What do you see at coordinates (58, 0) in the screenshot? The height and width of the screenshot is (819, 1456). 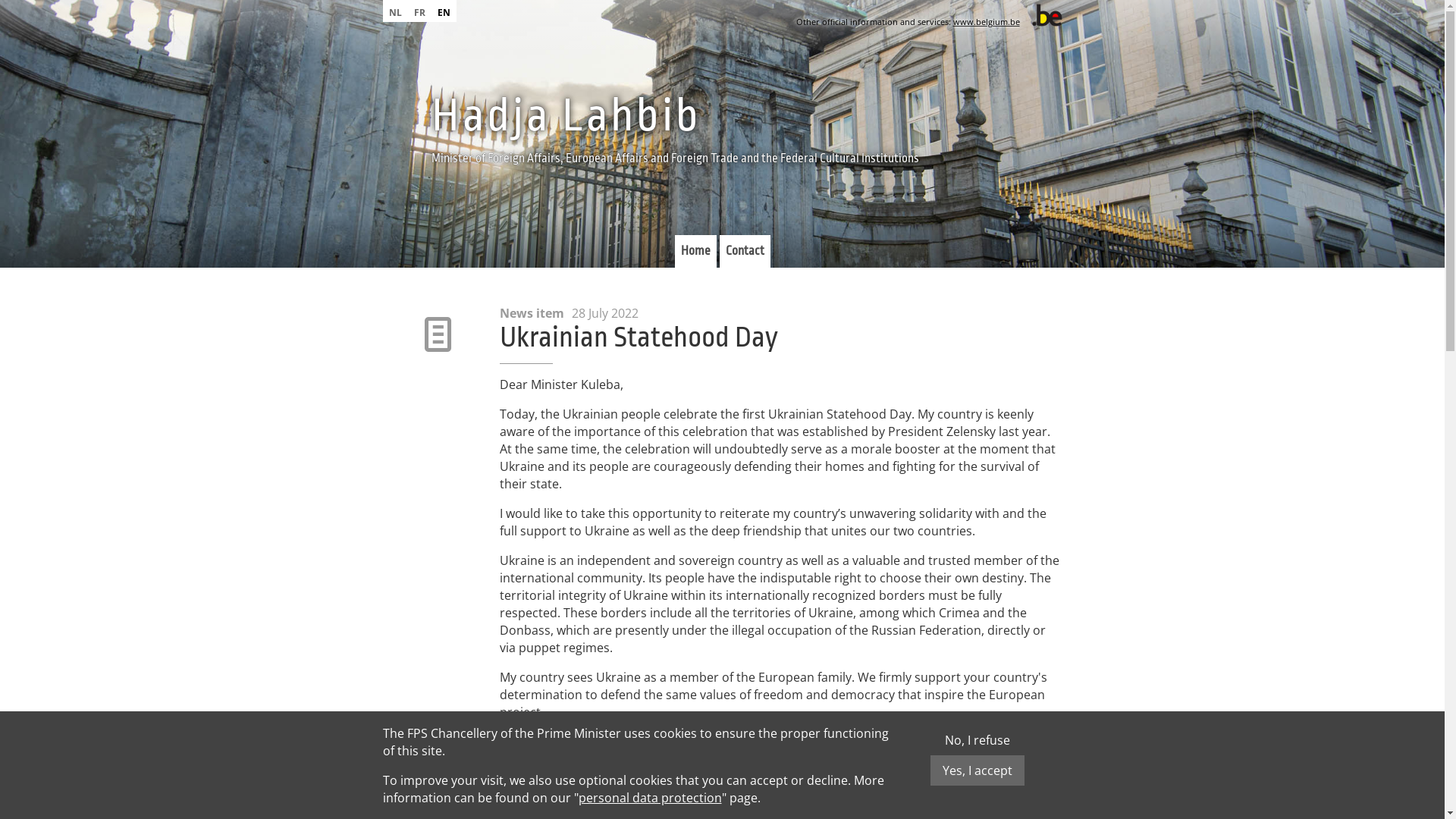 I see `'Skip to main content'` at bounding box center [58, 0].